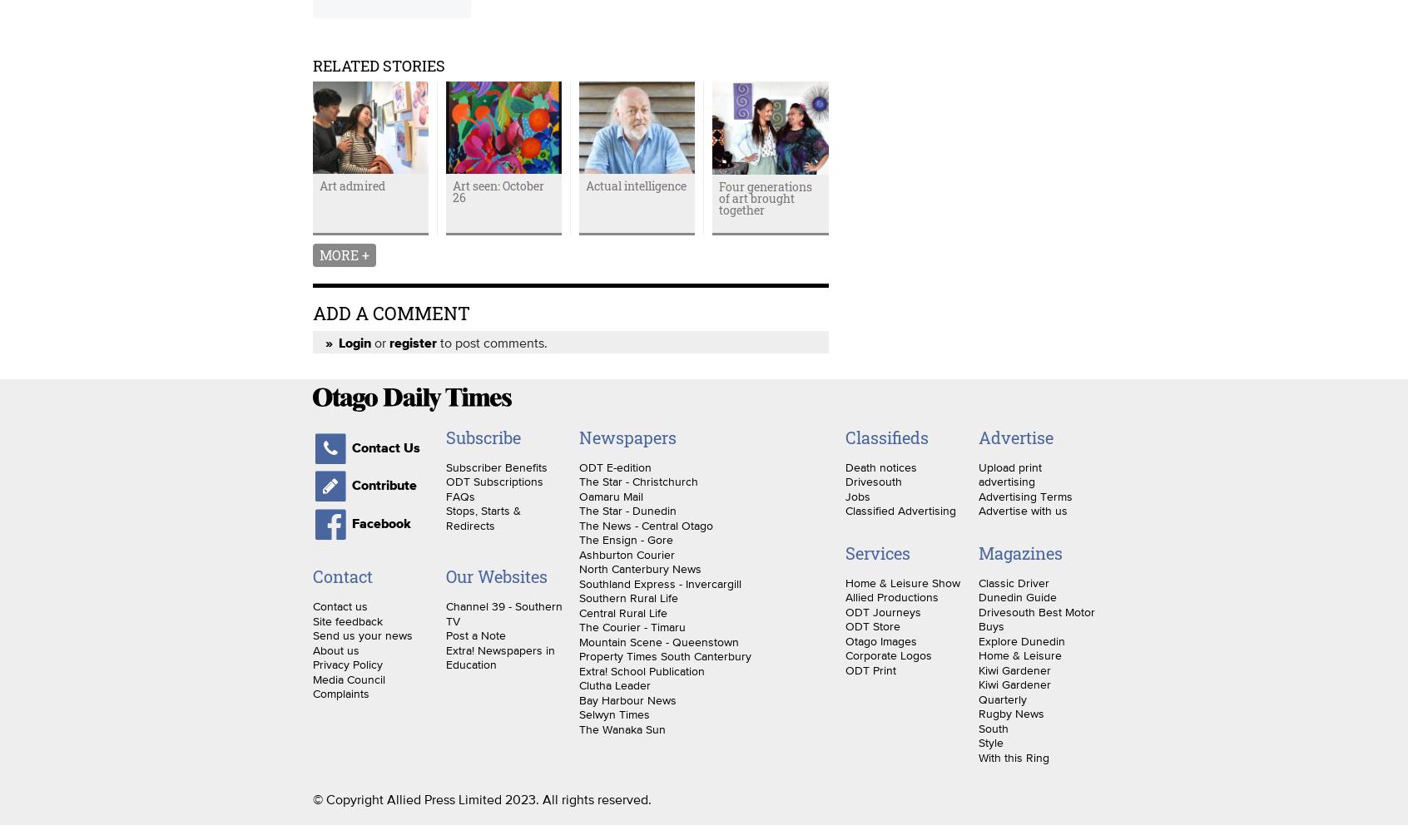  I want to click on 'Death notices', so click(880, 465).